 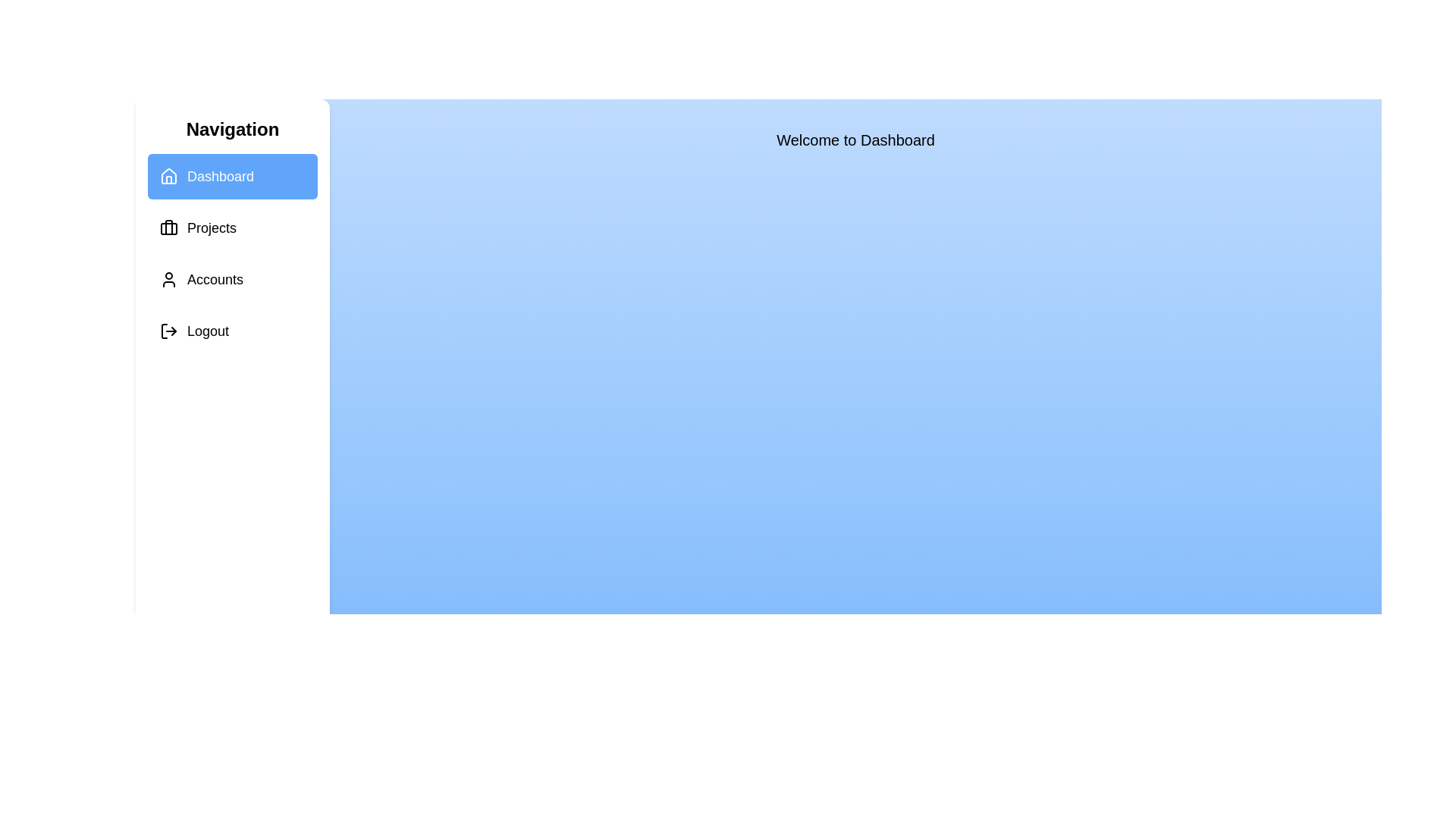 What do you see at coordinates (232, 280) in the screenshot?
I see `the menu item Accounts to navigate to the corresponding section` at bounding box center [232, 280].